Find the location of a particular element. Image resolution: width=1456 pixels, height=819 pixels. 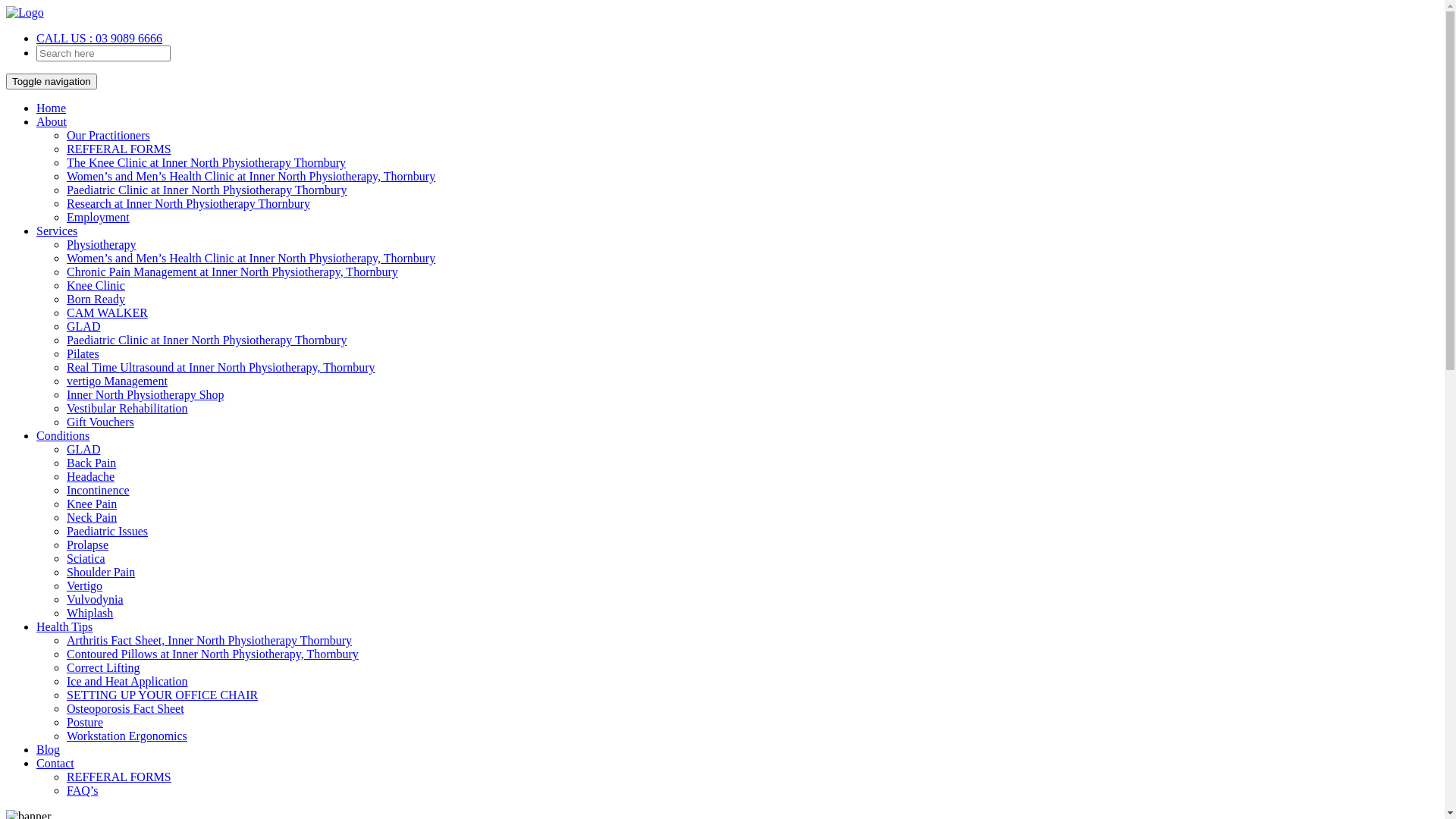

'Ice and Heat Application' is located at coordinates (127, 680).